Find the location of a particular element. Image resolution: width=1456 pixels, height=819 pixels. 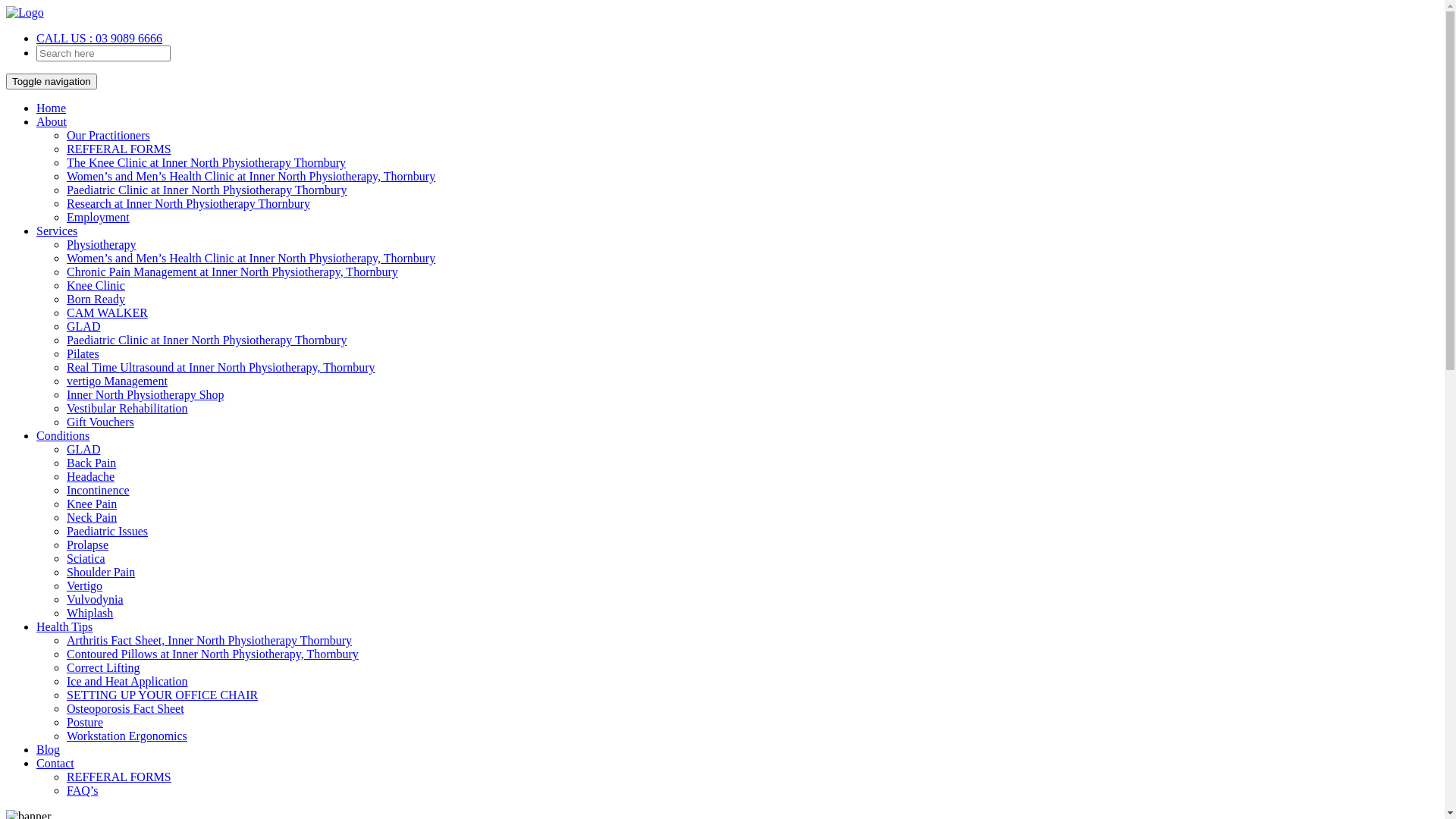

'Ice and Heat Application' is located at coordinates (127, 680).